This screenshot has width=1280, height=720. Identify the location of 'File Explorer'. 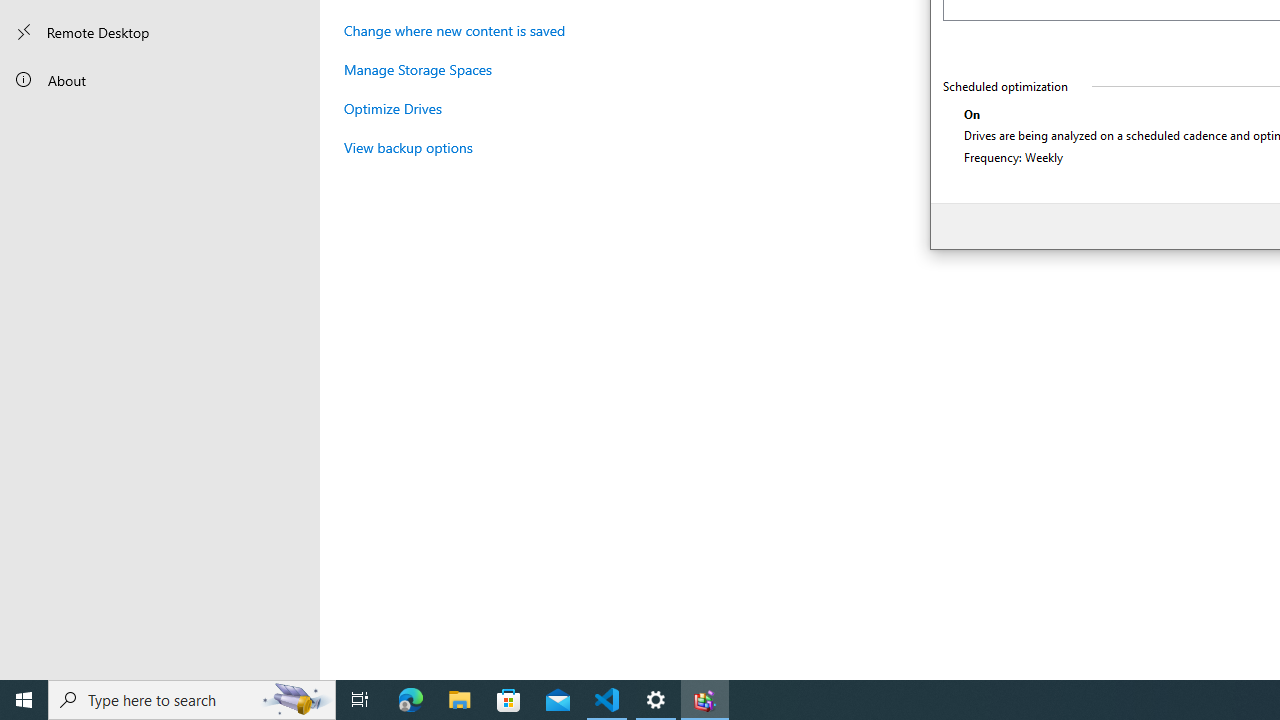
(459, 698).